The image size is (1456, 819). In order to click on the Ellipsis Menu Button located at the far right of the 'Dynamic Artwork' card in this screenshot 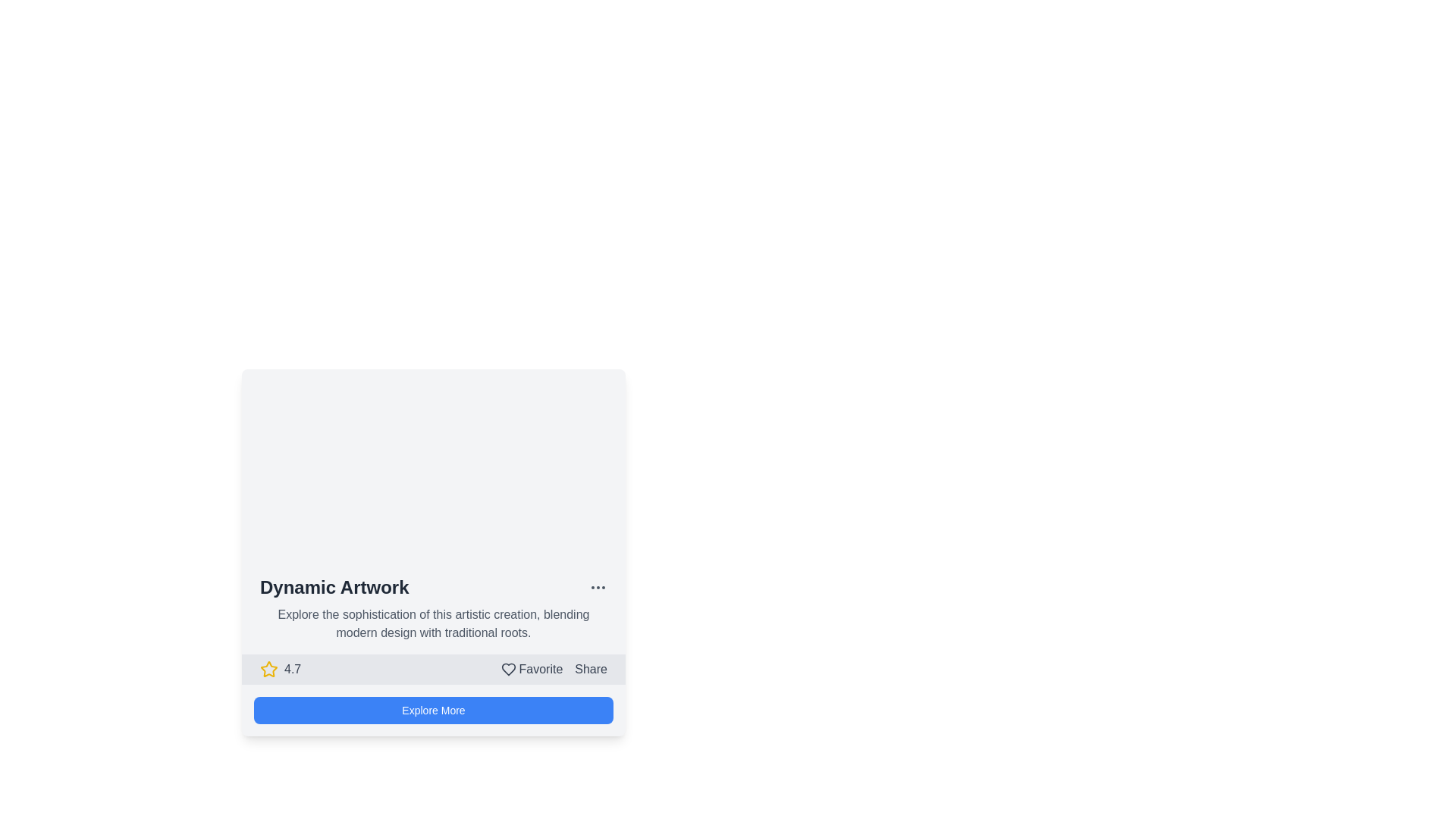, I will do `click(597, 587)`.